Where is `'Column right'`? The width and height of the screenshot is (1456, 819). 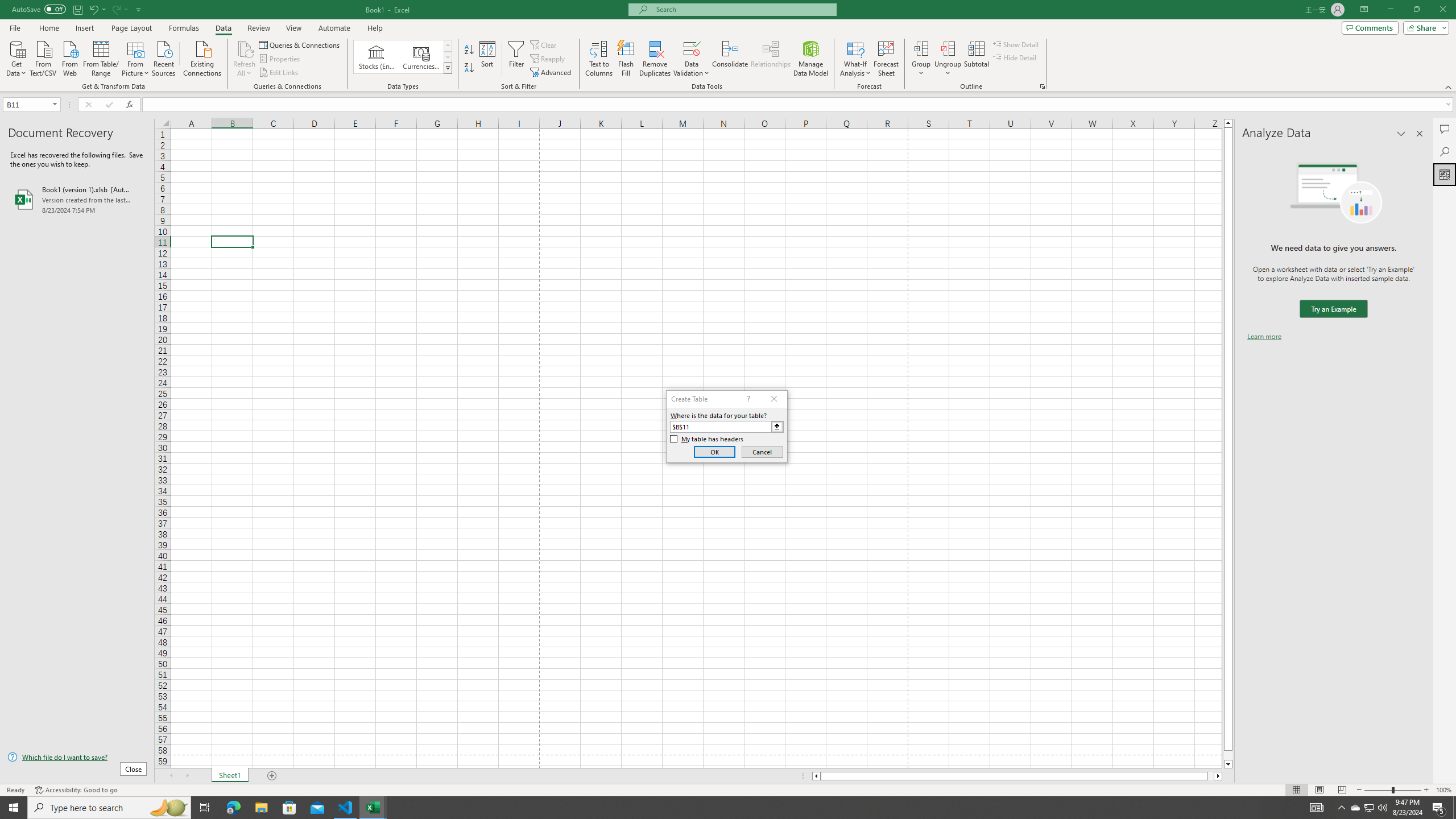
'Column right' is located at coordinates (1218, 775).